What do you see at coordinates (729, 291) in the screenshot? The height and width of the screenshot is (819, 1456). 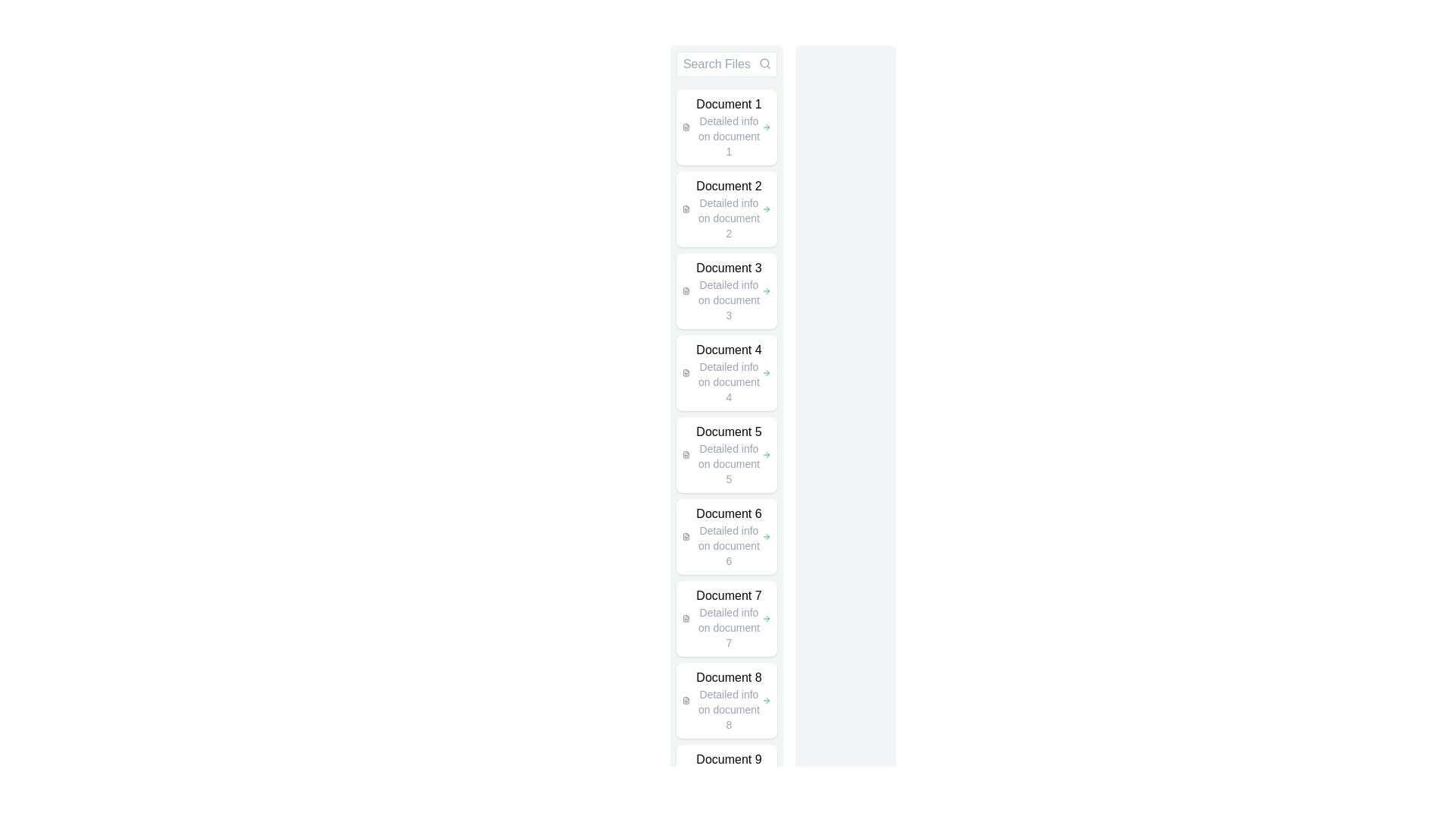 I see `the text block displaying the title 'Document 3'` at bounding box center [729, 291].